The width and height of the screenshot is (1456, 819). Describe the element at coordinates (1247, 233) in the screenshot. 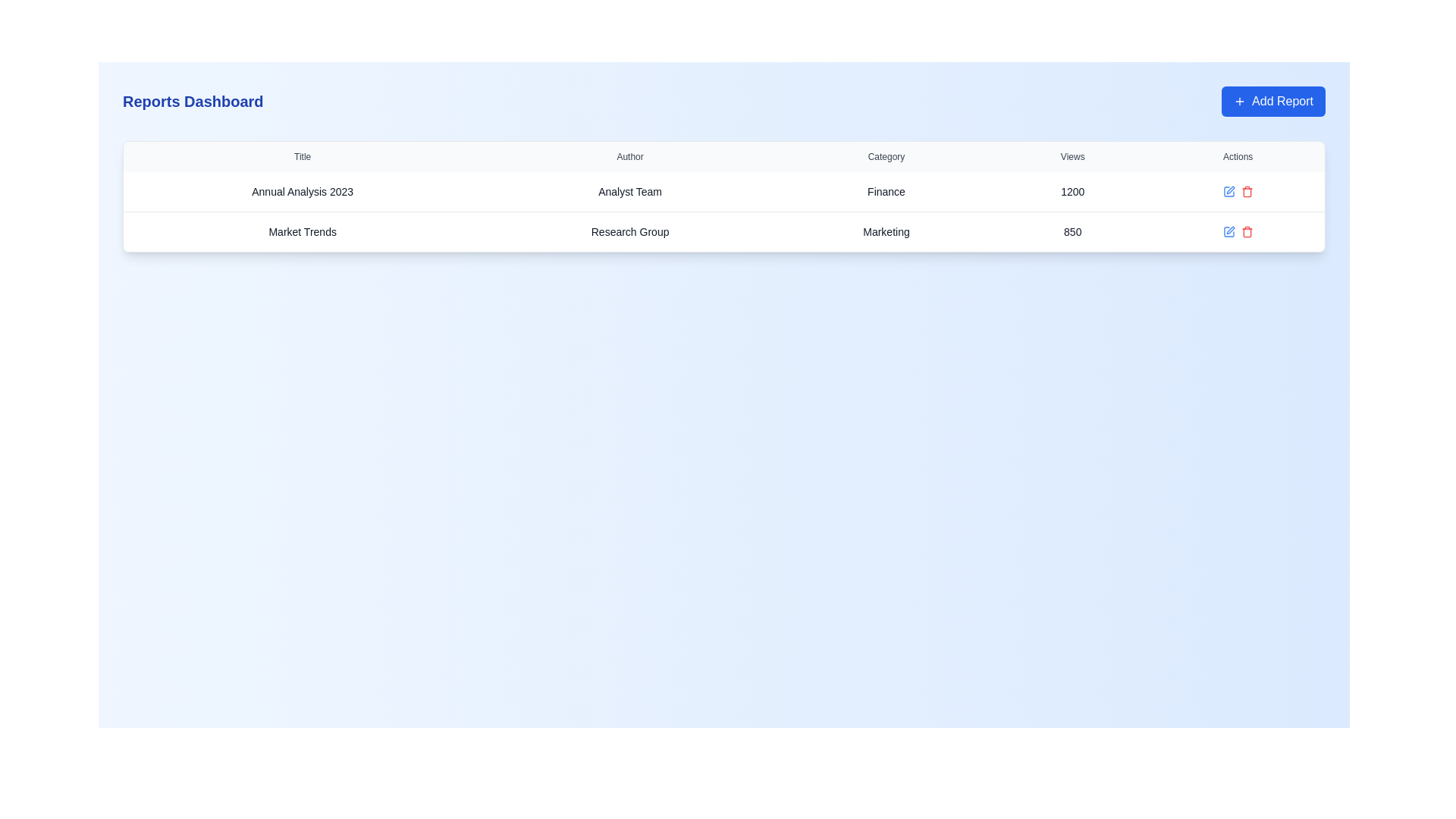

I see `the trash icon in the second row under the 'Actions' column of the table` at that location.